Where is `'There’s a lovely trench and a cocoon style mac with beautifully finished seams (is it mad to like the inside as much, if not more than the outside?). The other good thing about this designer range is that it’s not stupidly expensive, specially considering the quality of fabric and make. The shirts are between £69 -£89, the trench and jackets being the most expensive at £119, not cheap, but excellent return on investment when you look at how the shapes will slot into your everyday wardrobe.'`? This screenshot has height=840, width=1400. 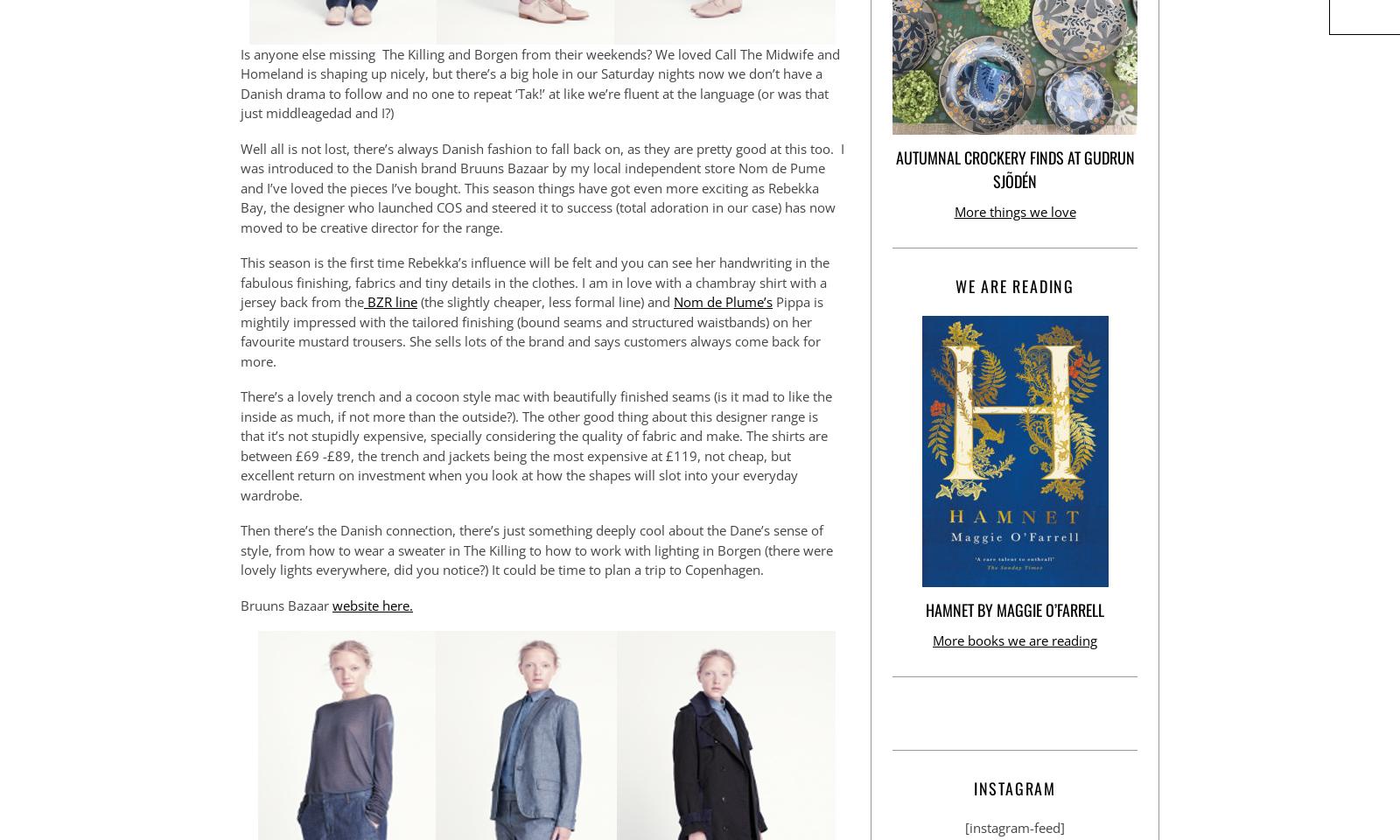 'There’s a lovely trench and a cocoon style mac with beautifully finished seams (is it mad to like the inside as much, if not more than the outside?). The other good thing about this designer range is that it’s not stupidly expensive, specially considering the quality of fabric and make. The shirts are between £69 -£89, the trench and jackets being the most expensive at £119, not cheap, but excellent return on investment when you look at how the shapes will slot into your everyday wardrobe.' is located at coordinates (241, 444).